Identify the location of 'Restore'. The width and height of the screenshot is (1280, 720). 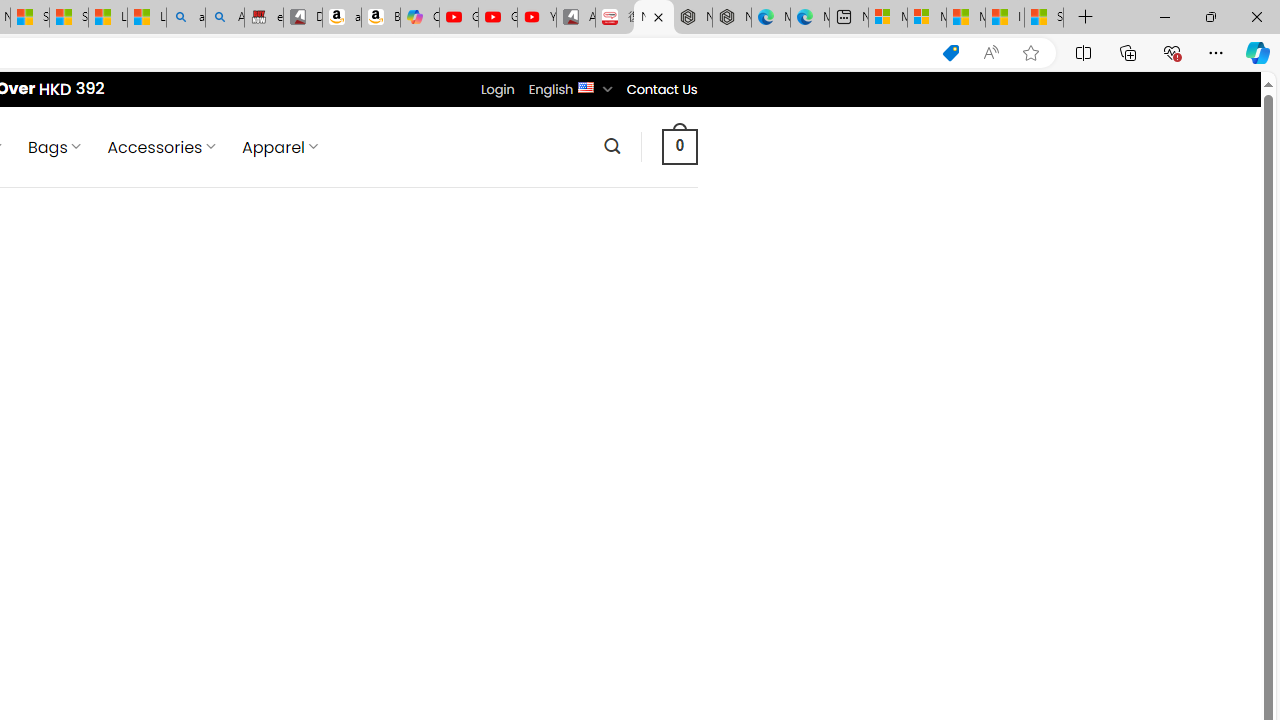
(1209, 16).